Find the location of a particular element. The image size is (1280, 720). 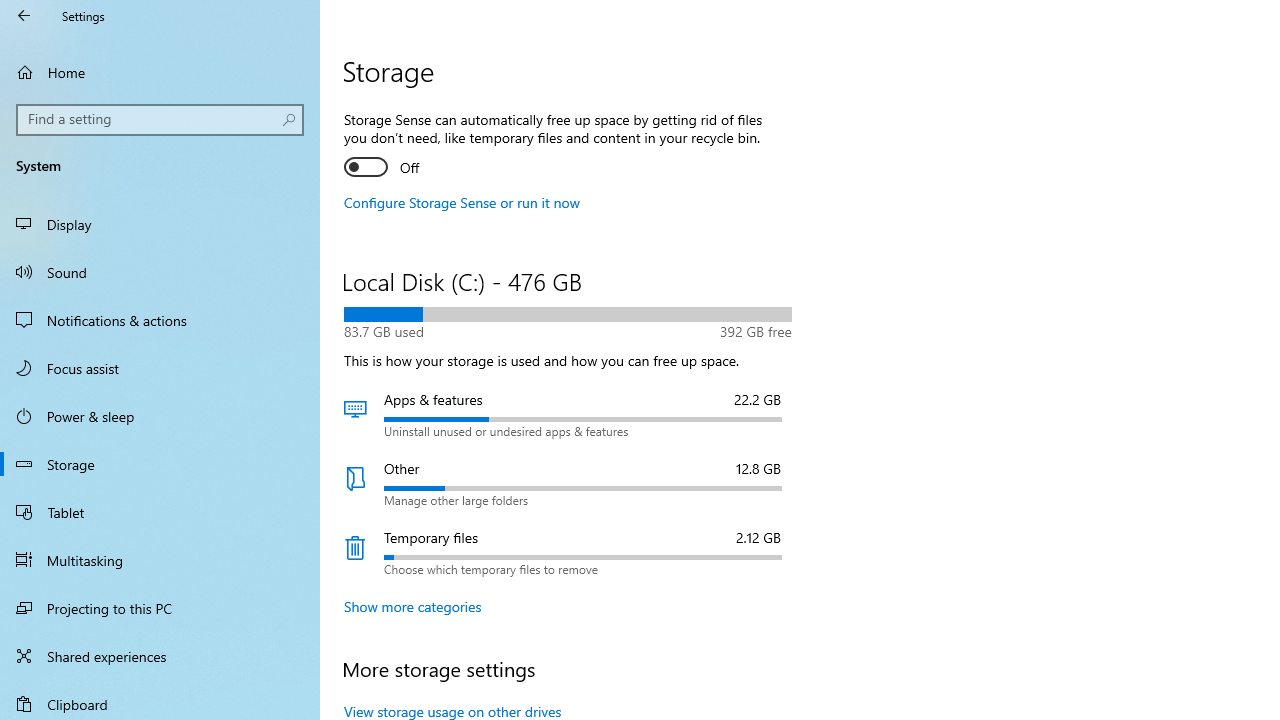

'Search box, Find a setting' is located at coordinates (160, 119).